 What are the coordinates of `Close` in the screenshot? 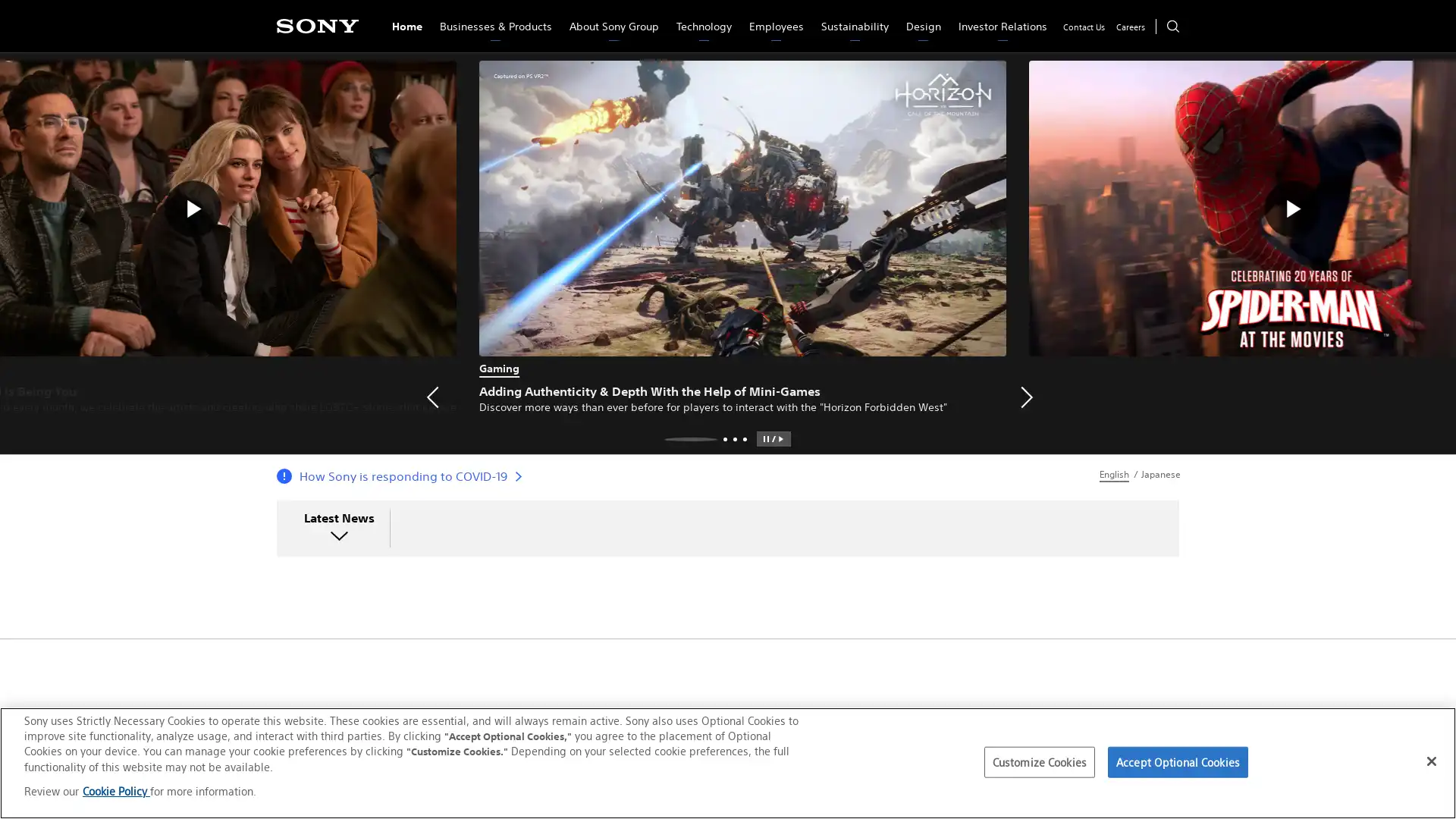 It's located at (1430, 760).